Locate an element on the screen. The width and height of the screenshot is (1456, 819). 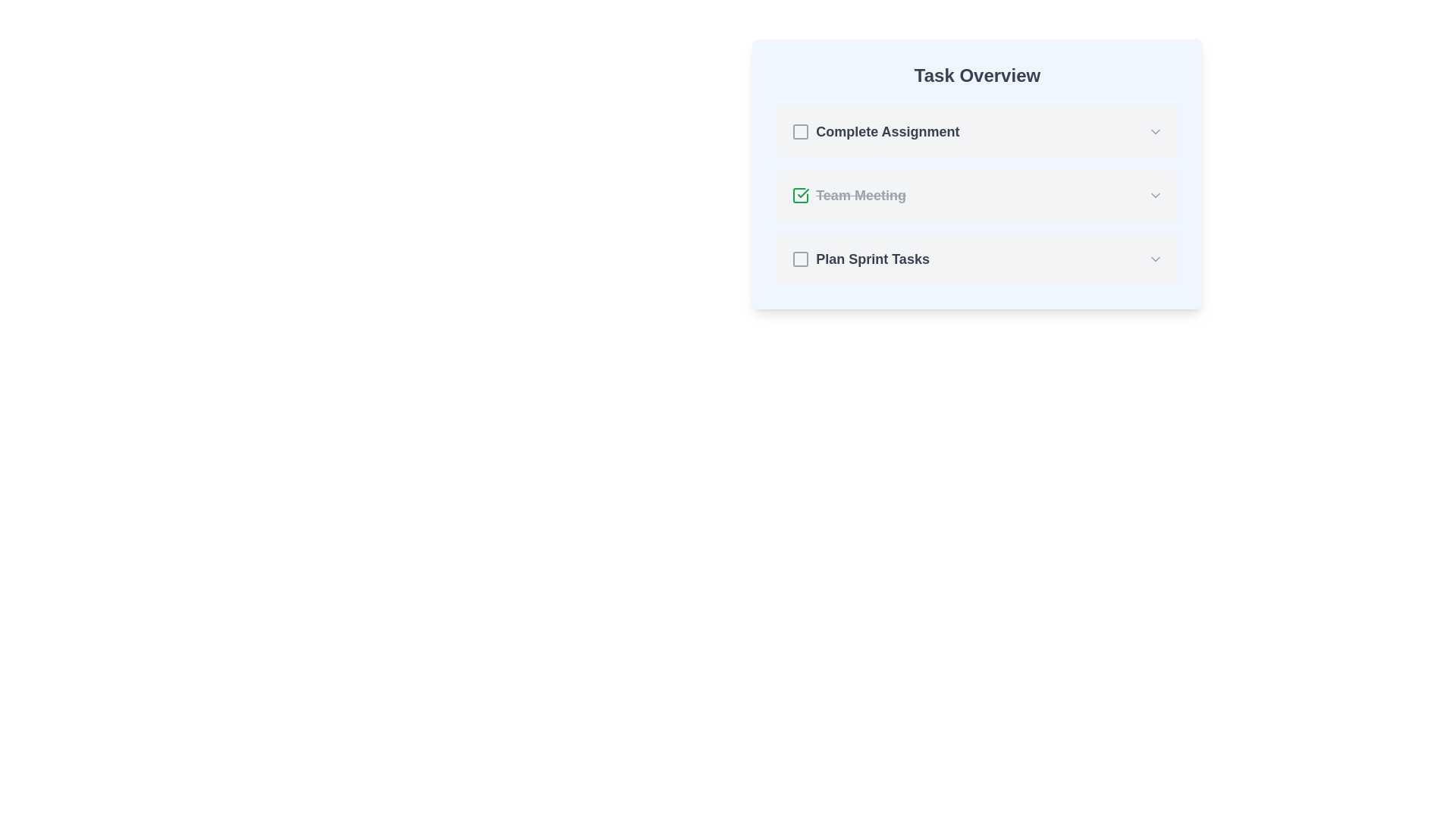
the unchecked checkbox within the 'Task Overview' box under the 'Plan Sprint Tasks' task is located at coordinates (800, 259).